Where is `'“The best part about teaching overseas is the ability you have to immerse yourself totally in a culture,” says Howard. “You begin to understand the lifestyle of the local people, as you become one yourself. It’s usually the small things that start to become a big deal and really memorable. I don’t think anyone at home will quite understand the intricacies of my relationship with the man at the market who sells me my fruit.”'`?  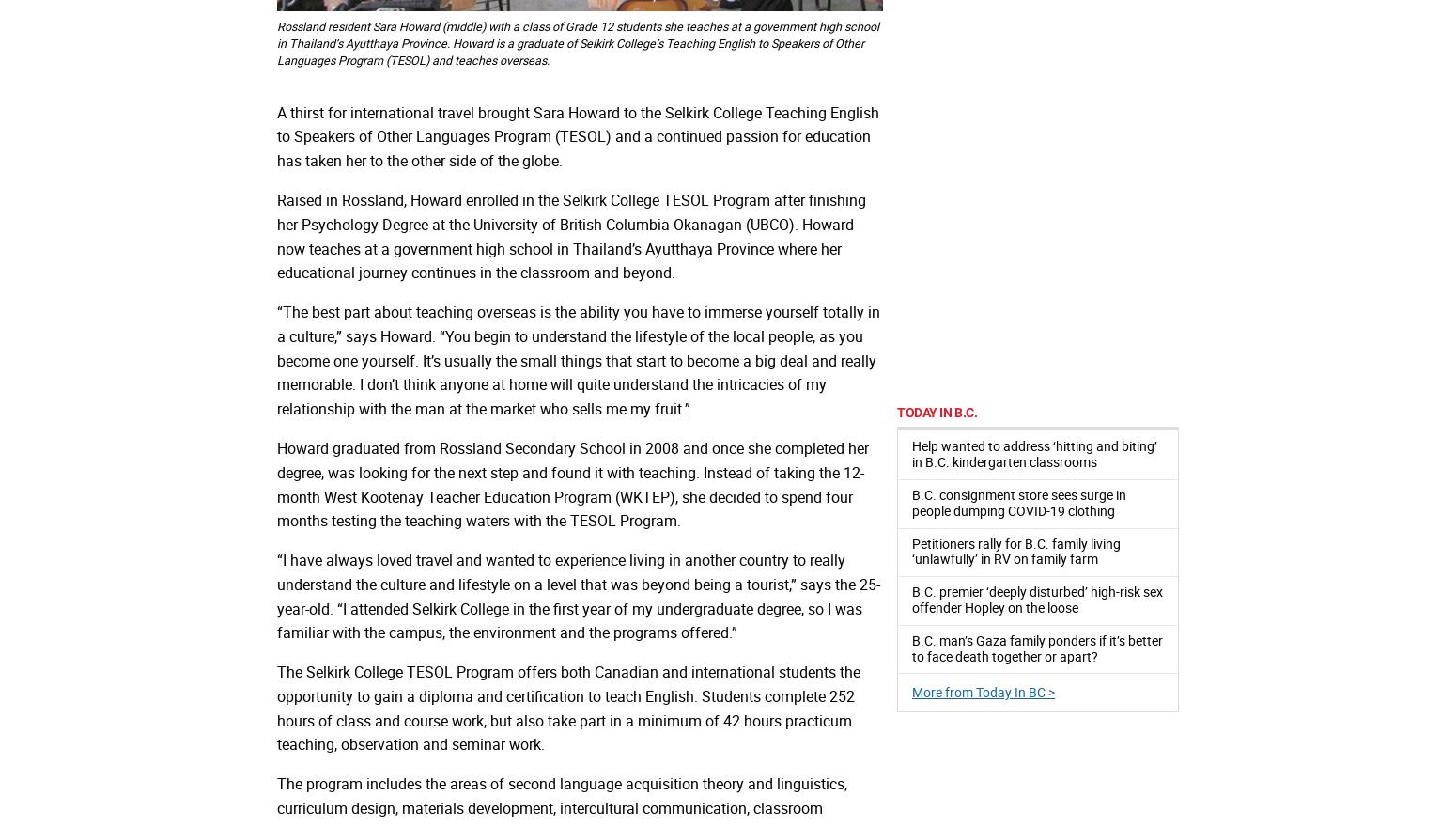 '“The best part about teaching overseas is the ability you have to immerse yourself totally in a culture,” says Howard. “You begin to understand the lifestyle of the local people, as you become one yourself. It’s usually the small things that start to become a big deal and really memorable. I don’t think anyone at home will quite understand the intricacies of my relationship with the man at the market who sells me my fruit.”' is located at coordinates (276, 359).